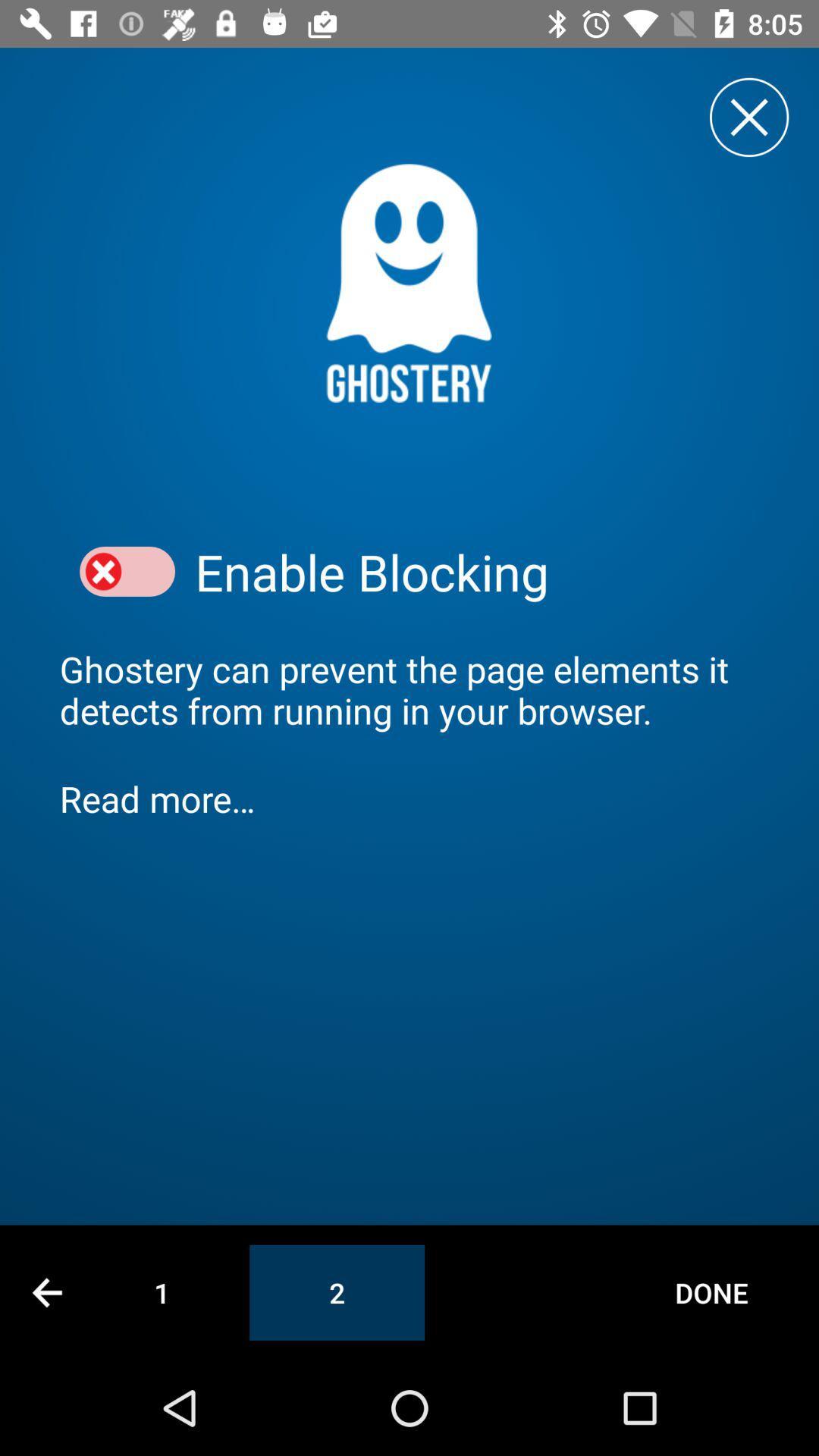 The height and width of the screenshot is (1456, 819). What do you see at coordinates (46, 1291) in the screenshot?
I see `press to go back to previous page` at bounding box center [46, 1291].